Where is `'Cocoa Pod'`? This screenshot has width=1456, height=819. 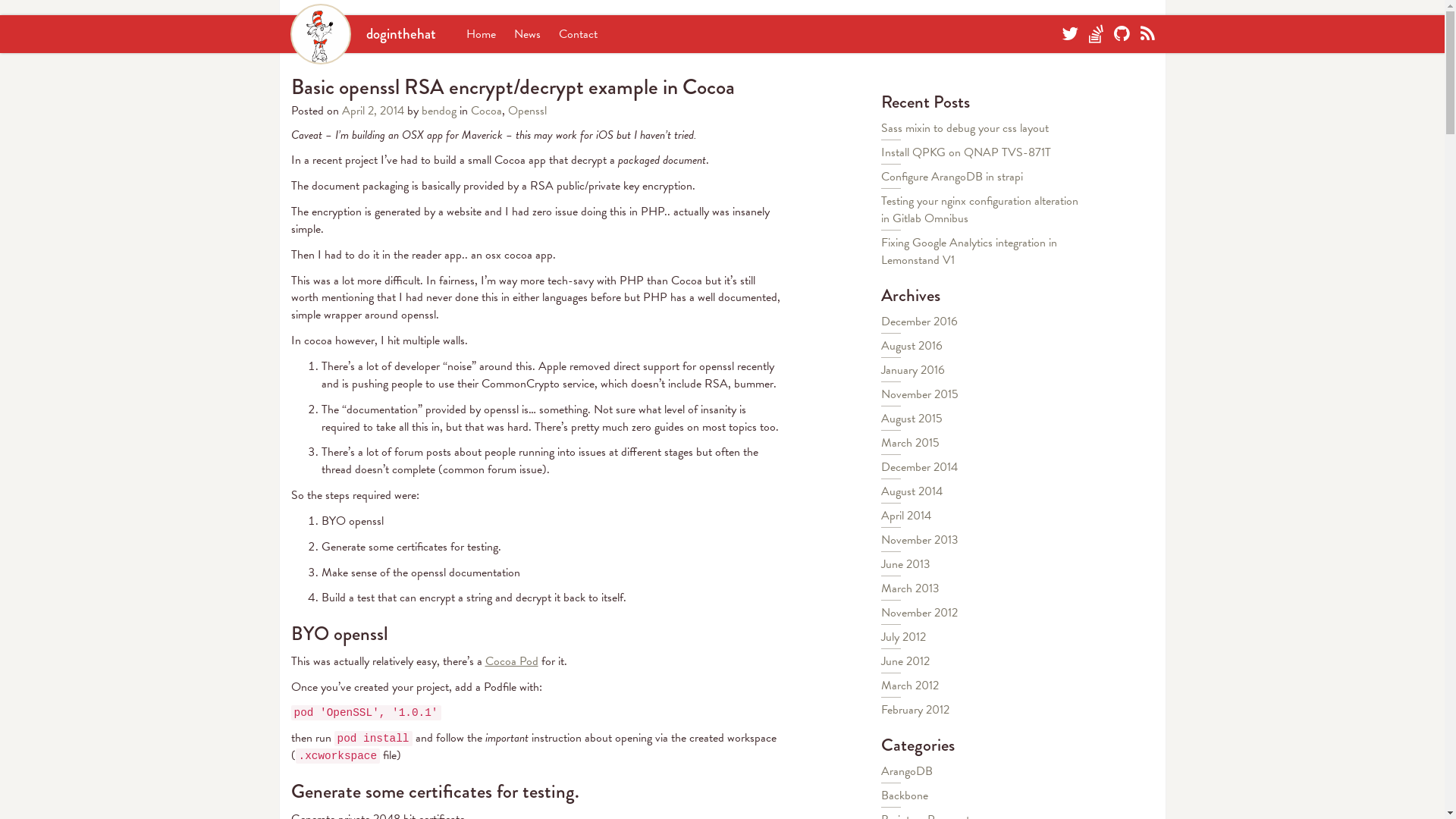
'Cocoa Pod' is located at coordinates (512, 660).